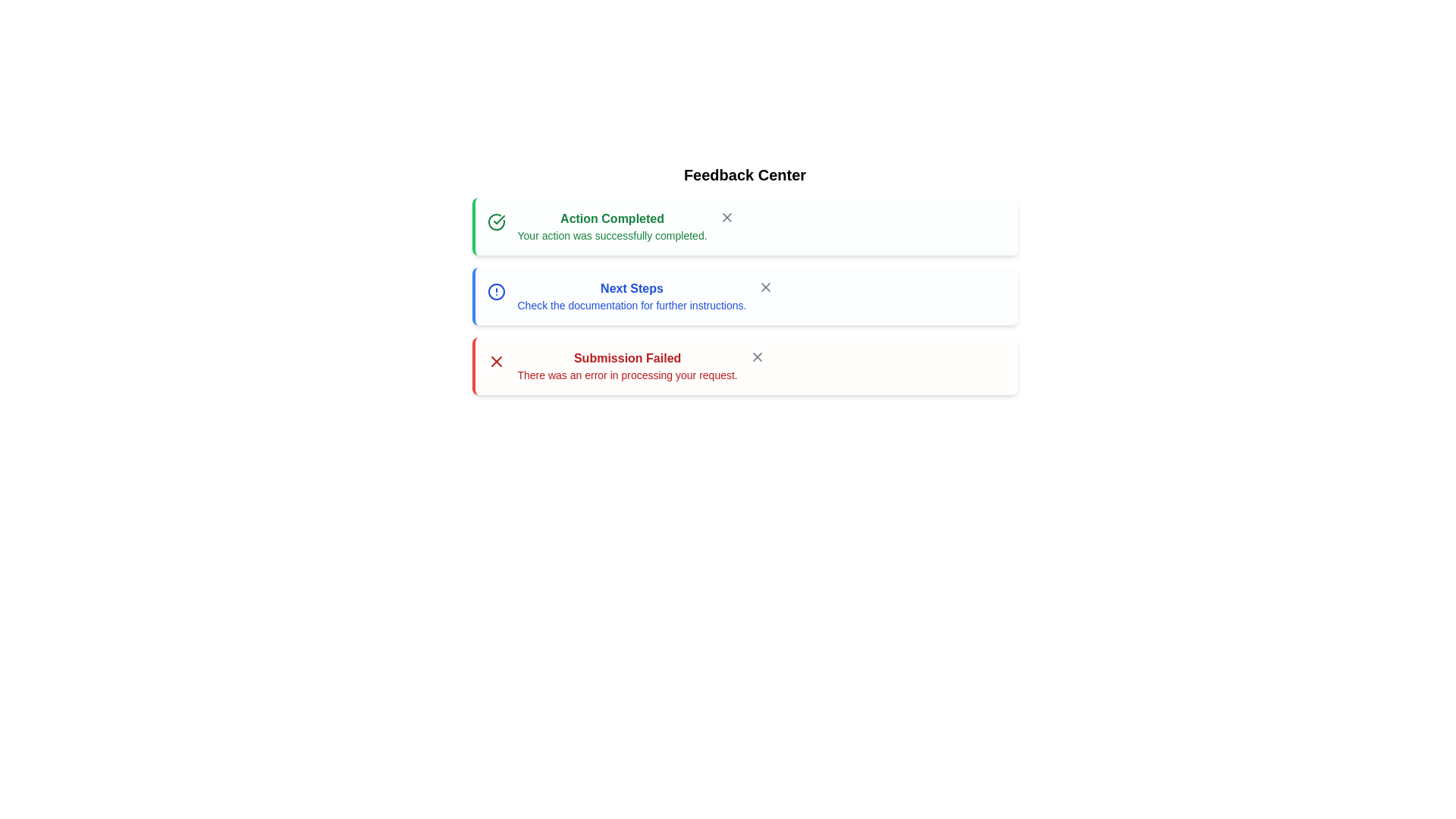  Describe the element at coordinates (745, 296) in the screenshot. I see `the alert with info type to see the hover effect` at that location.